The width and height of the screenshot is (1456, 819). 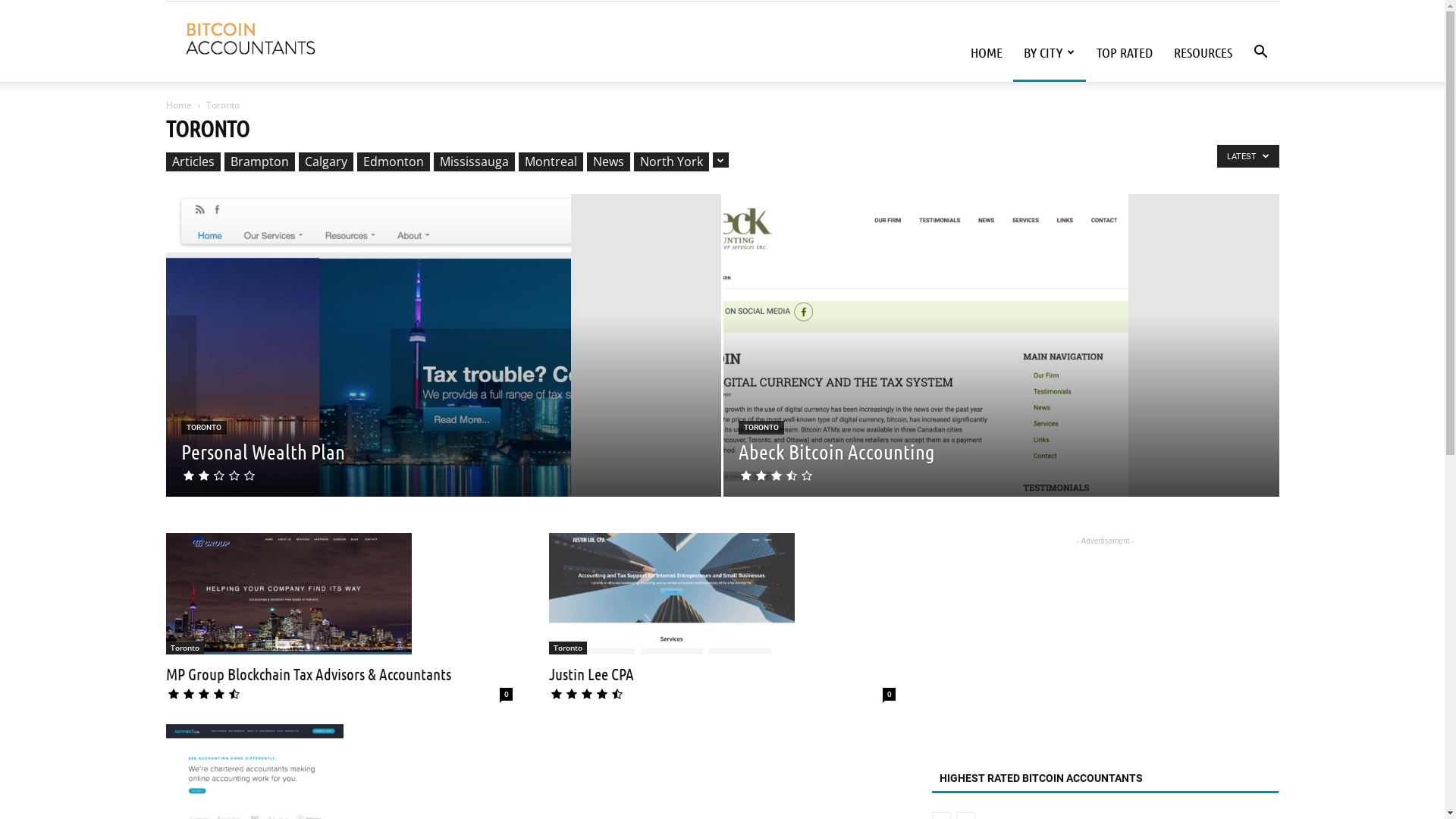 What do you see at coordinates (178, 104) in the screenshot?
I see `'Home'` at bounding box center [178, 104].